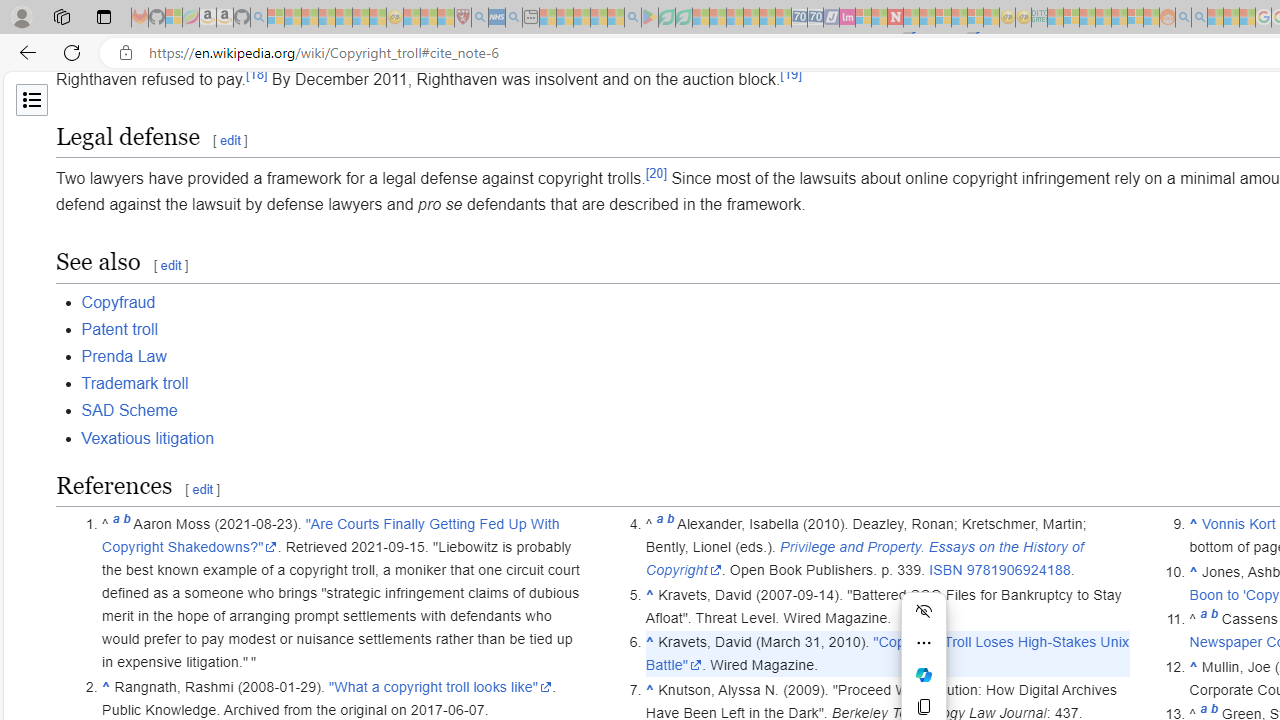 The height and width of the screenshot is (720, 1280). What do you see at coordinates (308, 17) in the screenshot?
I see `'The Weather Channel - MSN - Sleeping'` at bounding box center [308, 17].